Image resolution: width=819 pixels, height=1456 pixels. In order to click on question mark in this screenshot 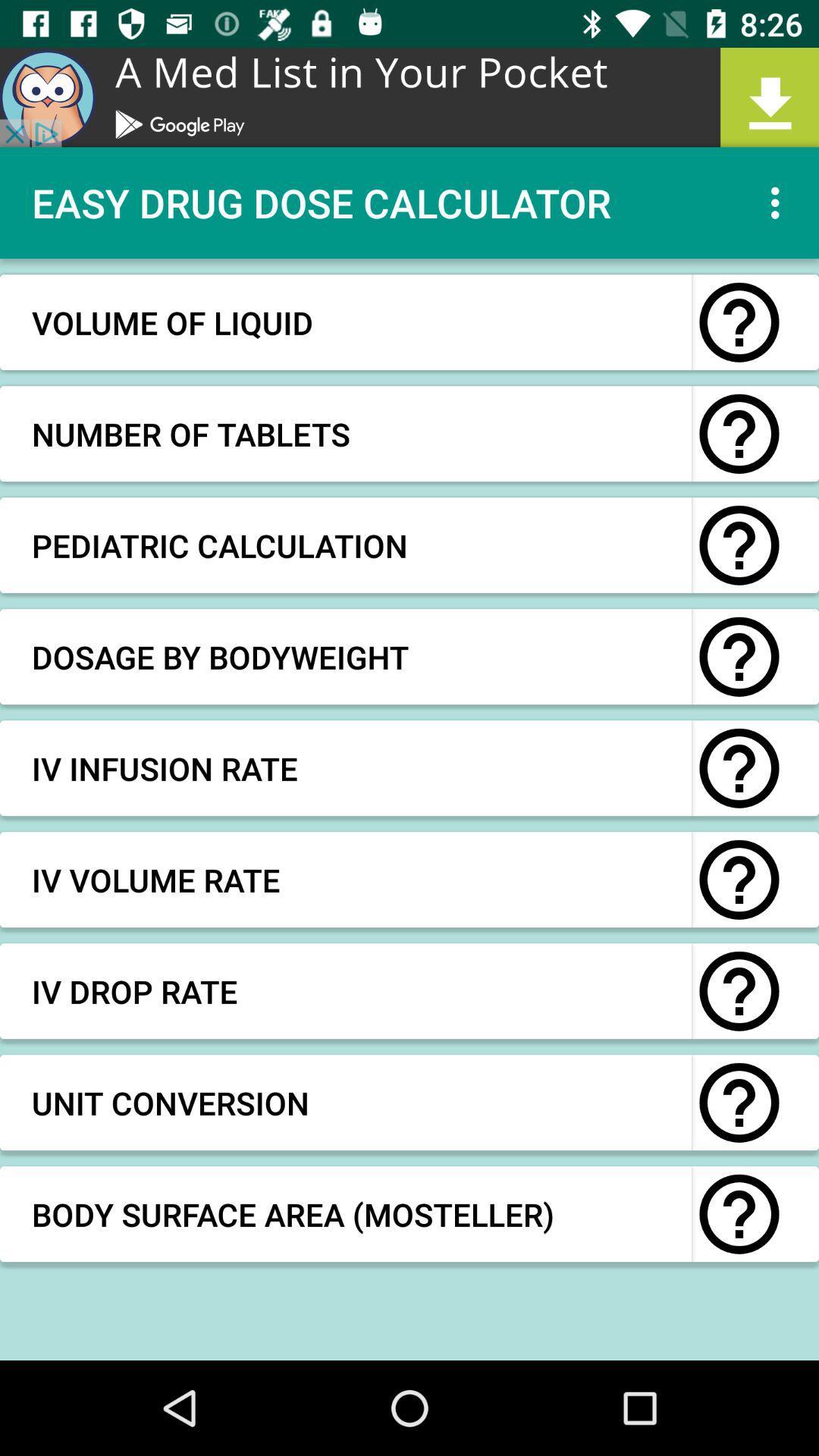, I will do `click(739, 657)`.